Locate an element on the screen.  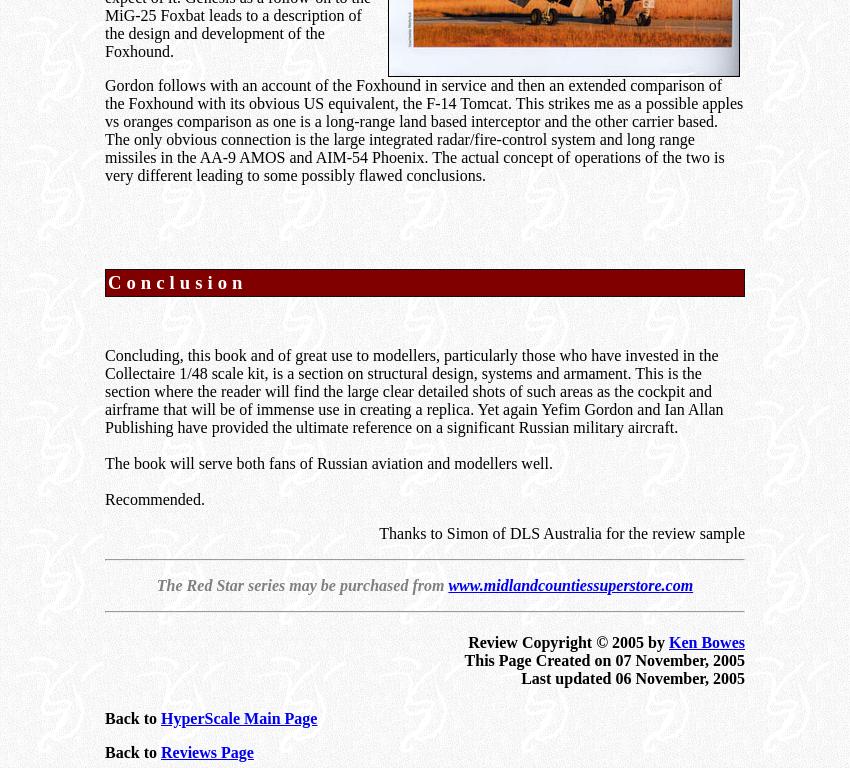
'Thanks to Simon of DLS Australia for the review 
          sample' is located at coordinates (562, 532).